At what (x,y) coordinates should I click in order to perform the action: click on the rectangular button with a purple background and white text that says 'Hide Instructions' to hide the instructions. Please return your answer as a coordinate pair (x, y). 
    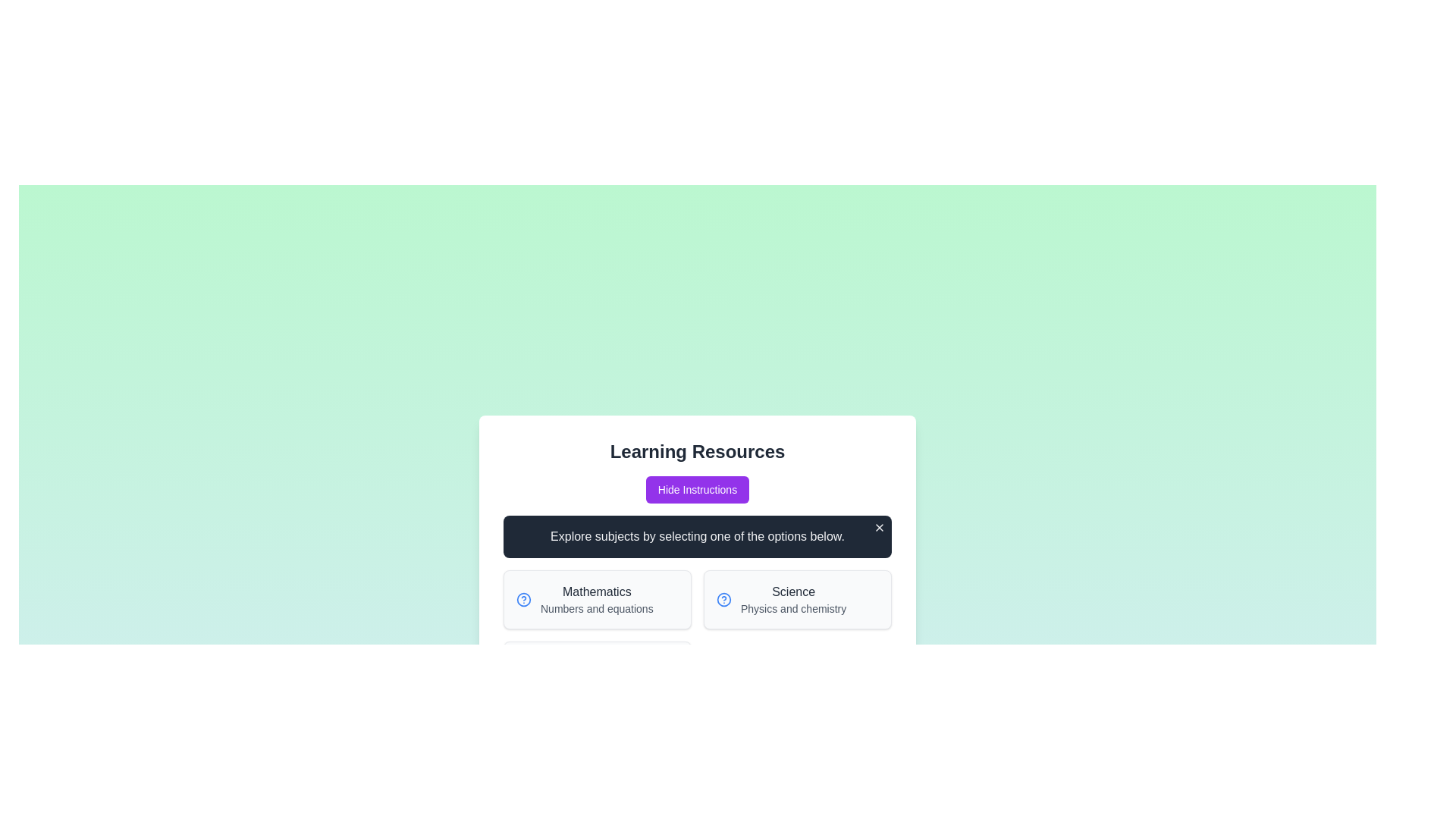
    Looking at the image, I should click on (697, 489).